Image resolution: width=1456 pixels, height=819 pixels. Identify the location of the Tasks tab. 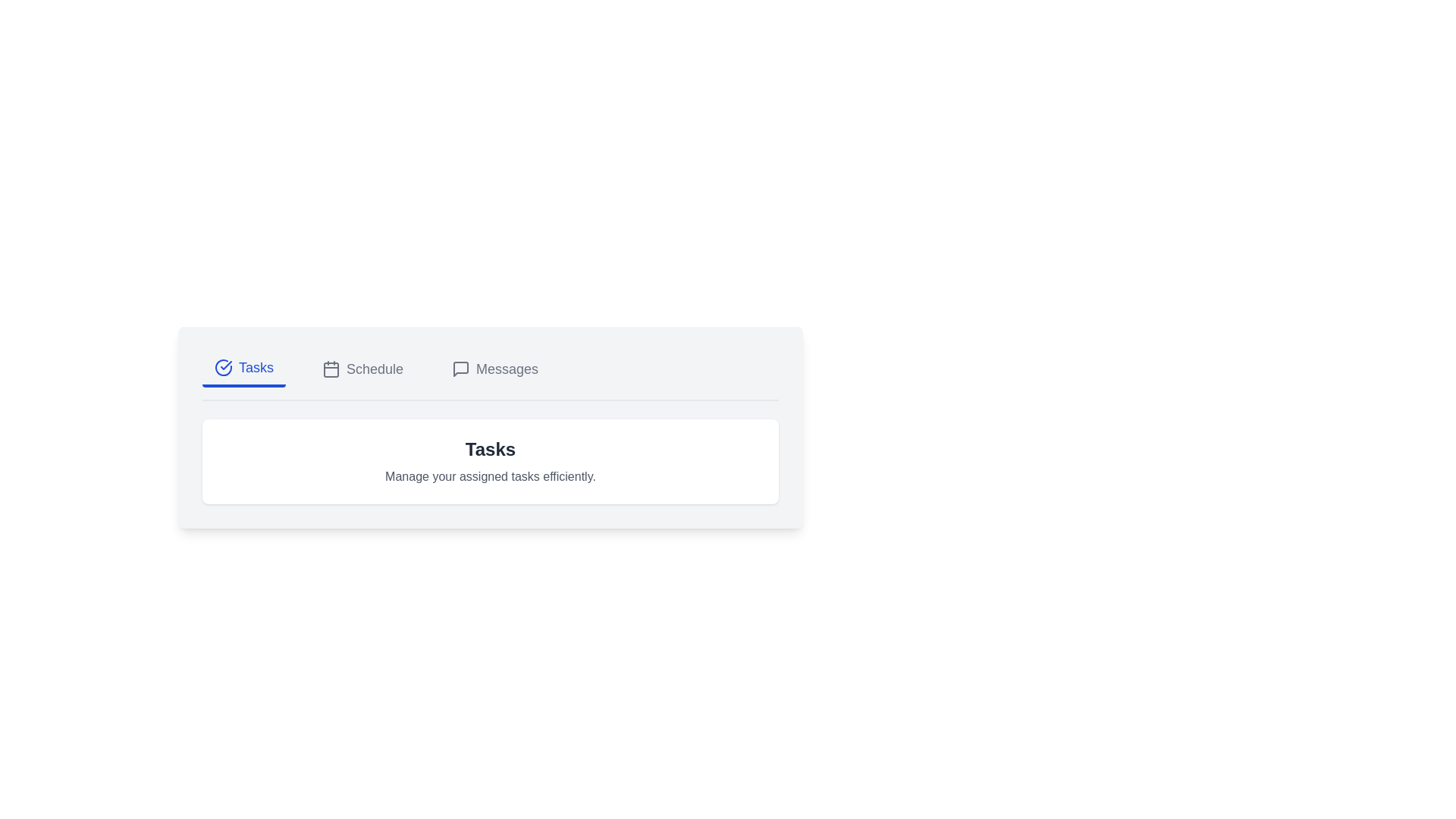
(243, 369).